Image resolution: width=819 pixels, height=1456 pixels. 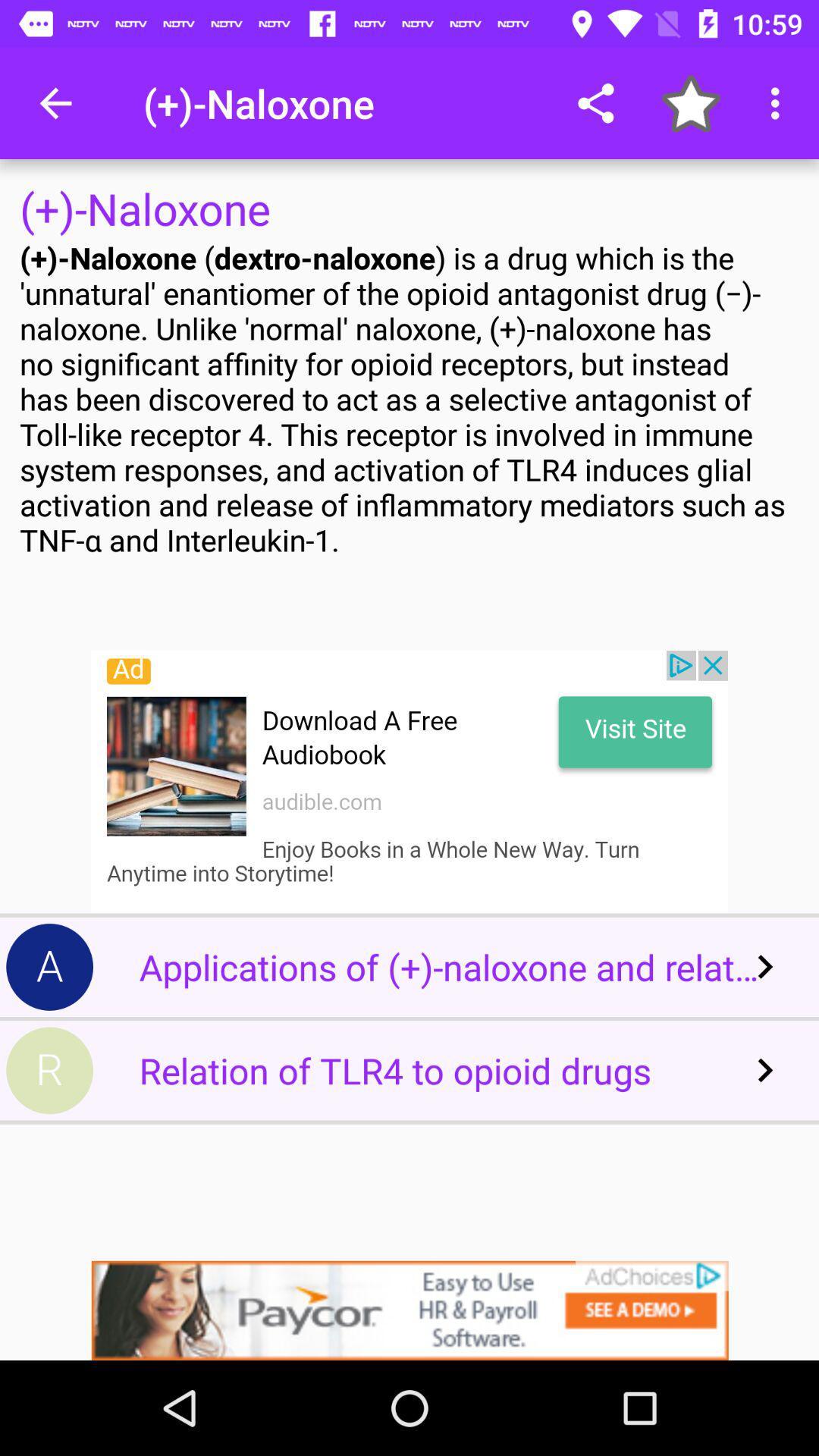 What do you see at coordinates (409, 1310) in the screenshot?
I see `open advertisement` at bounding box center [409, 1310].